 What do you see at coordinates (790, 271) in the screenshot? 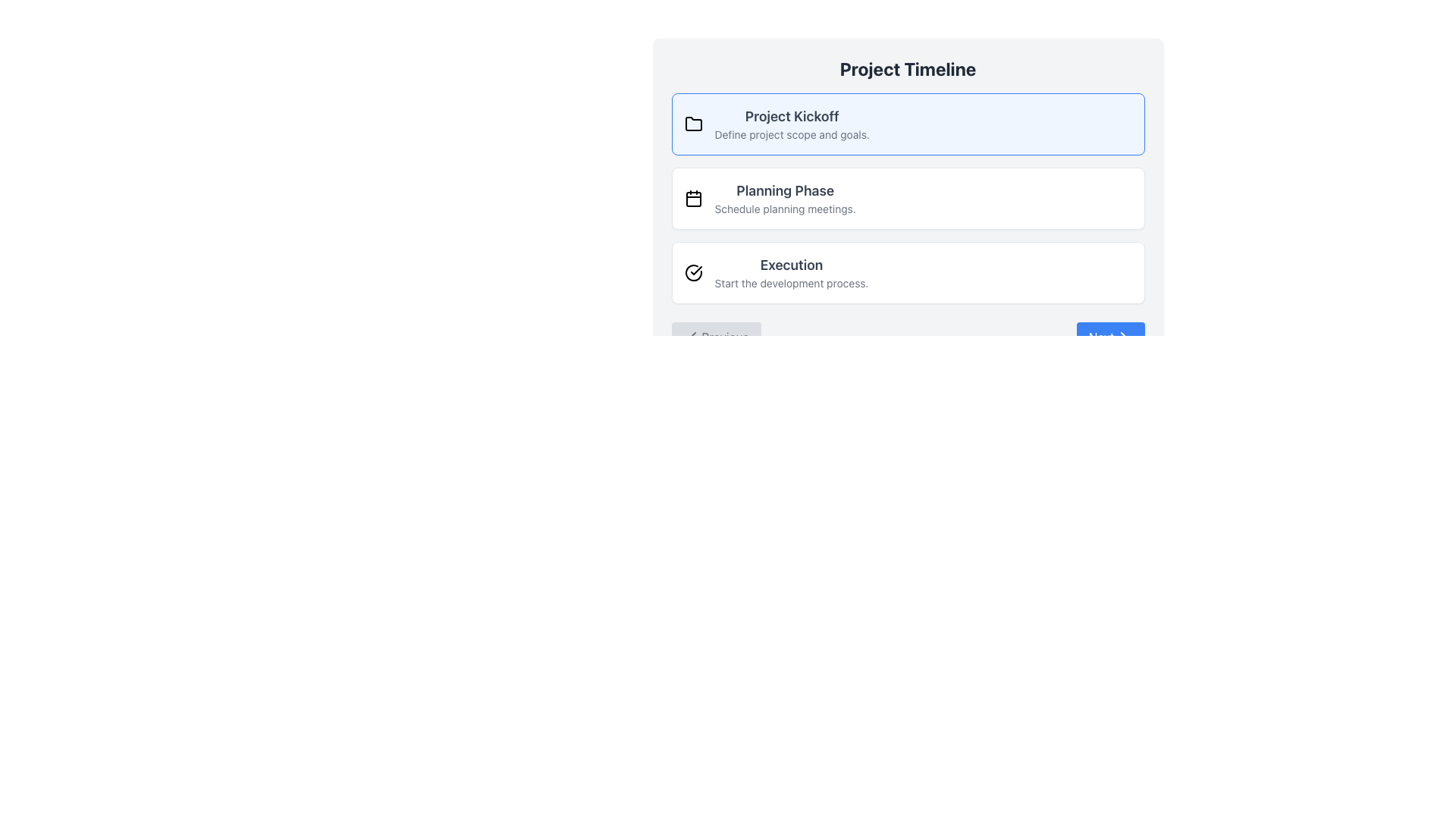
I see `the static text label that indicates the 'Execution' phase in the project workflow, which includes the description 'Start the development process.'` at bounding box center [790, 271].